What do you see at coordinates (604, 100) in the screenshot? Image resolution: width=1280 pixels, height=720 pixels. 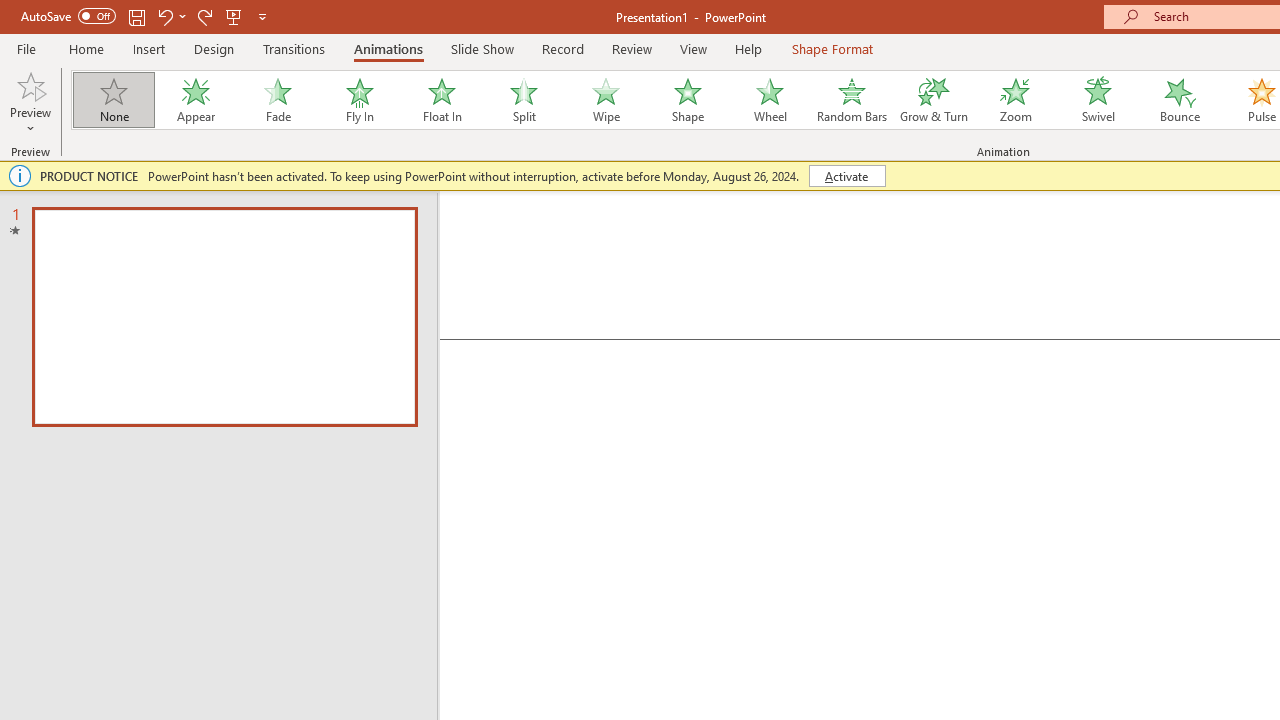 I see `'Wipe'` at bounding box center [604, 100].